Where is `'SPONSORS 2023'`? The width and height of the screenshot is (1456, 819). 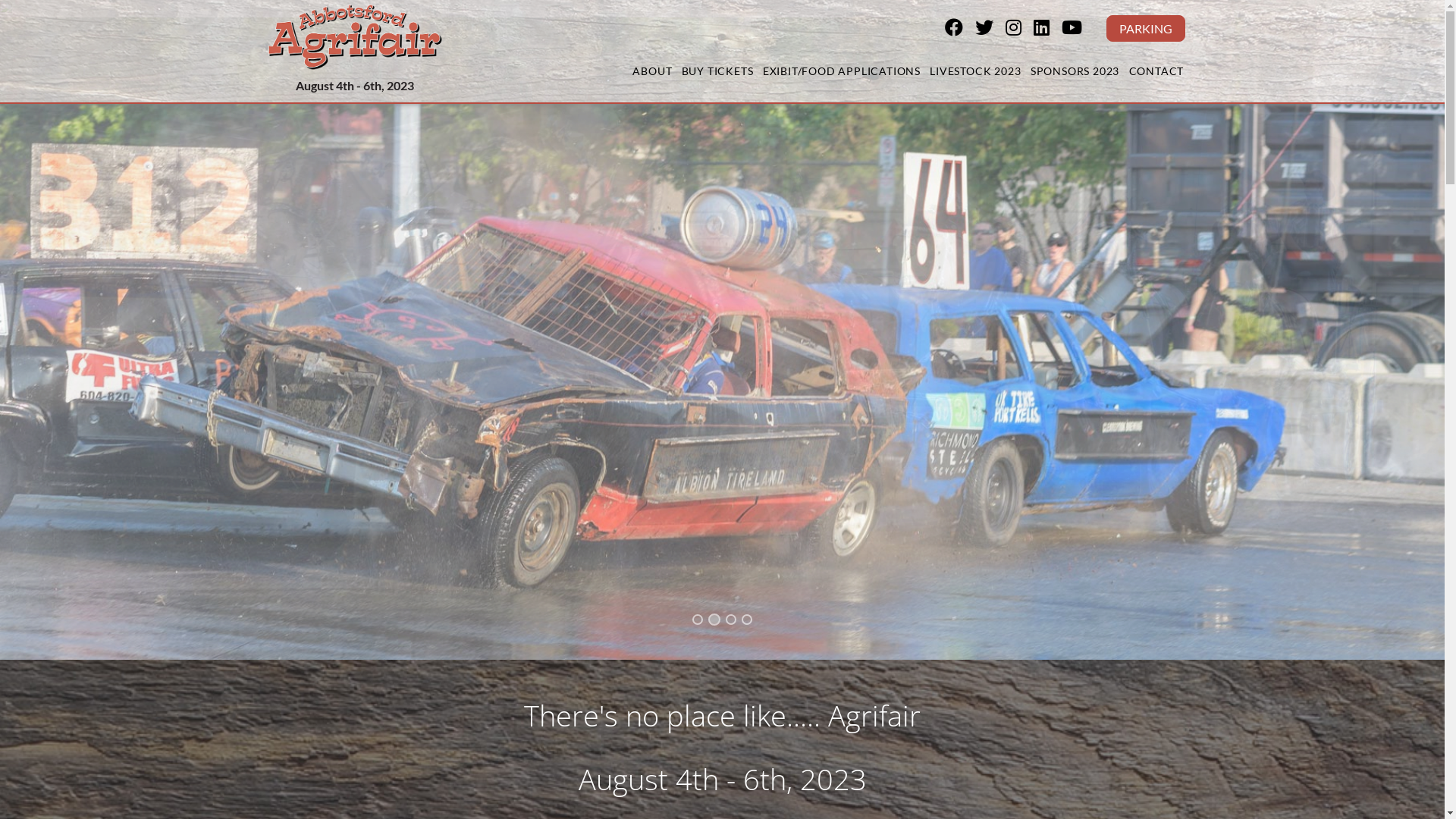
'SPONSORS 2023' is located at coordinates (1073, 72).